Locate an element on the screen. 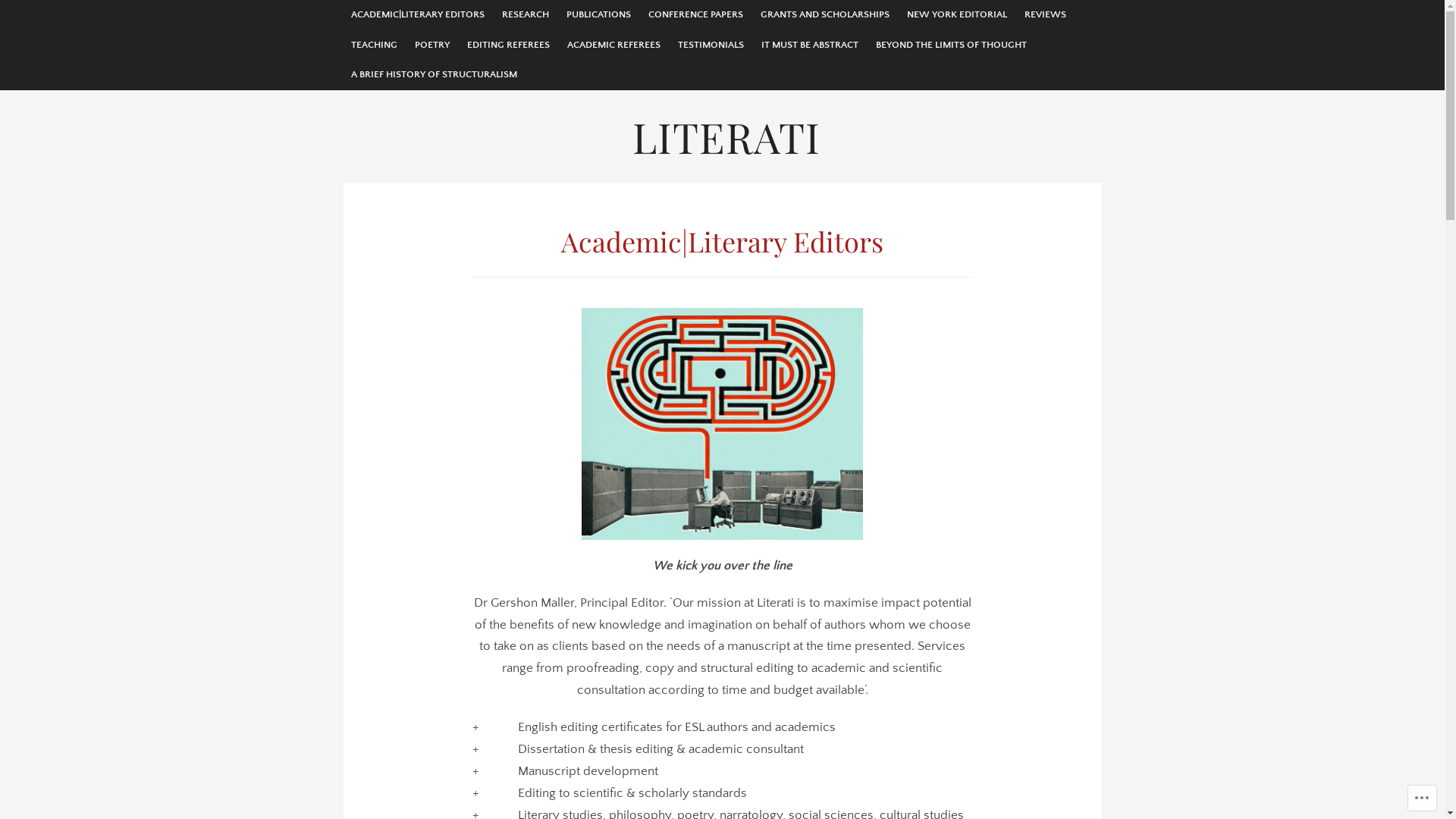  'A BRIEF HISTORY OF STRUCTURALISM' is located at coordinates (432, 75).